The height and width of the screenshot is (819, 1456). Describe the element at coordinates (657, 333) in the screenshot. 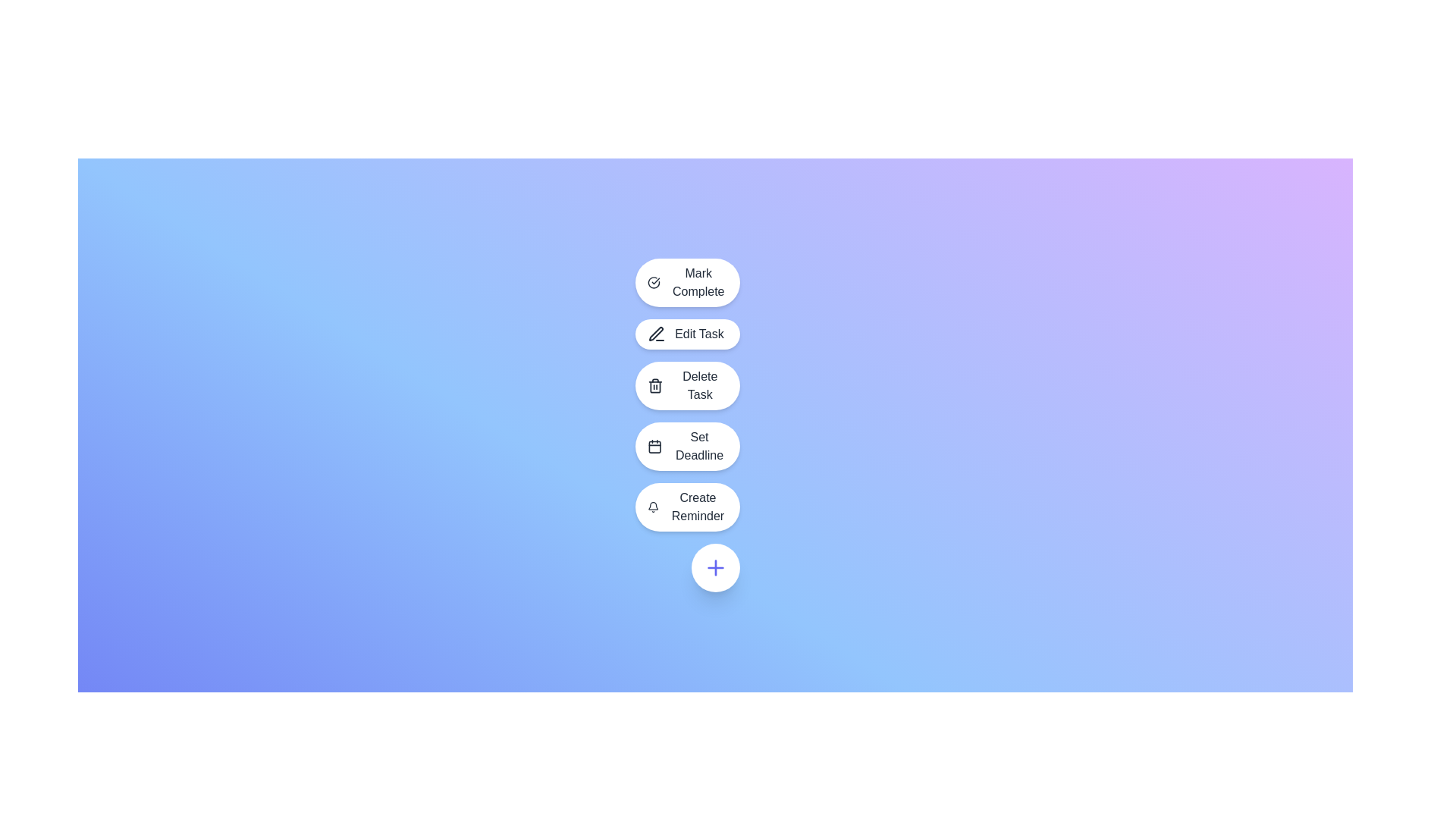

I see `the edit icon located to the left of the 'Edit Task' text label, which visually complements the 'Edit Task' functionality` at that location.